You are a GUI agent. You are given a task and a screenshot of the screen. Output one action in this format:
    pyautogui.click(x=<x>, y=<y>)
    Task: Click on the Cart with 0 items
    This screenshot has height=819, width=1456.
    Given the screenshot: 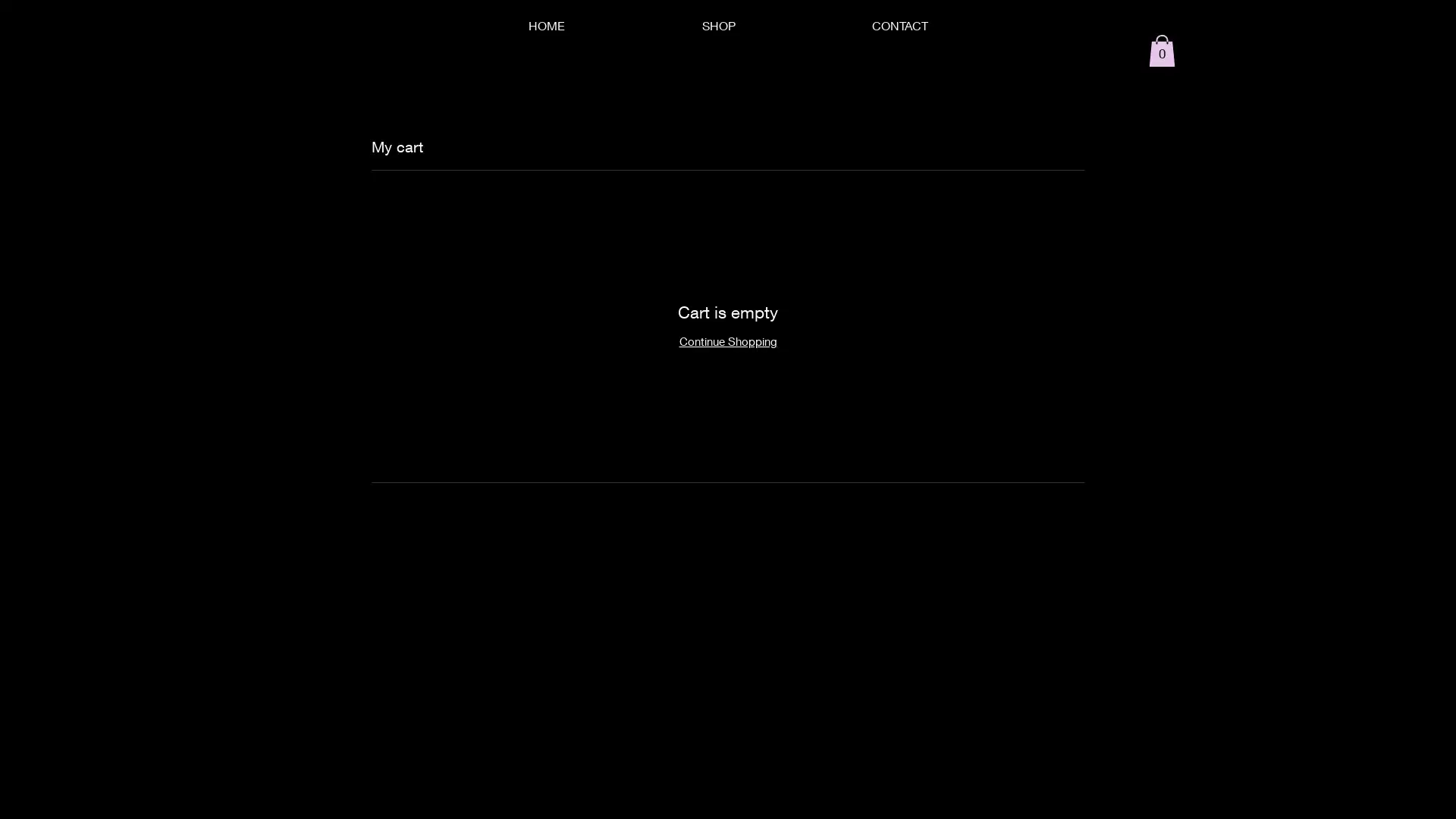 What is the action you would take?
    pyautogui.click(x=1161, y=49)
    